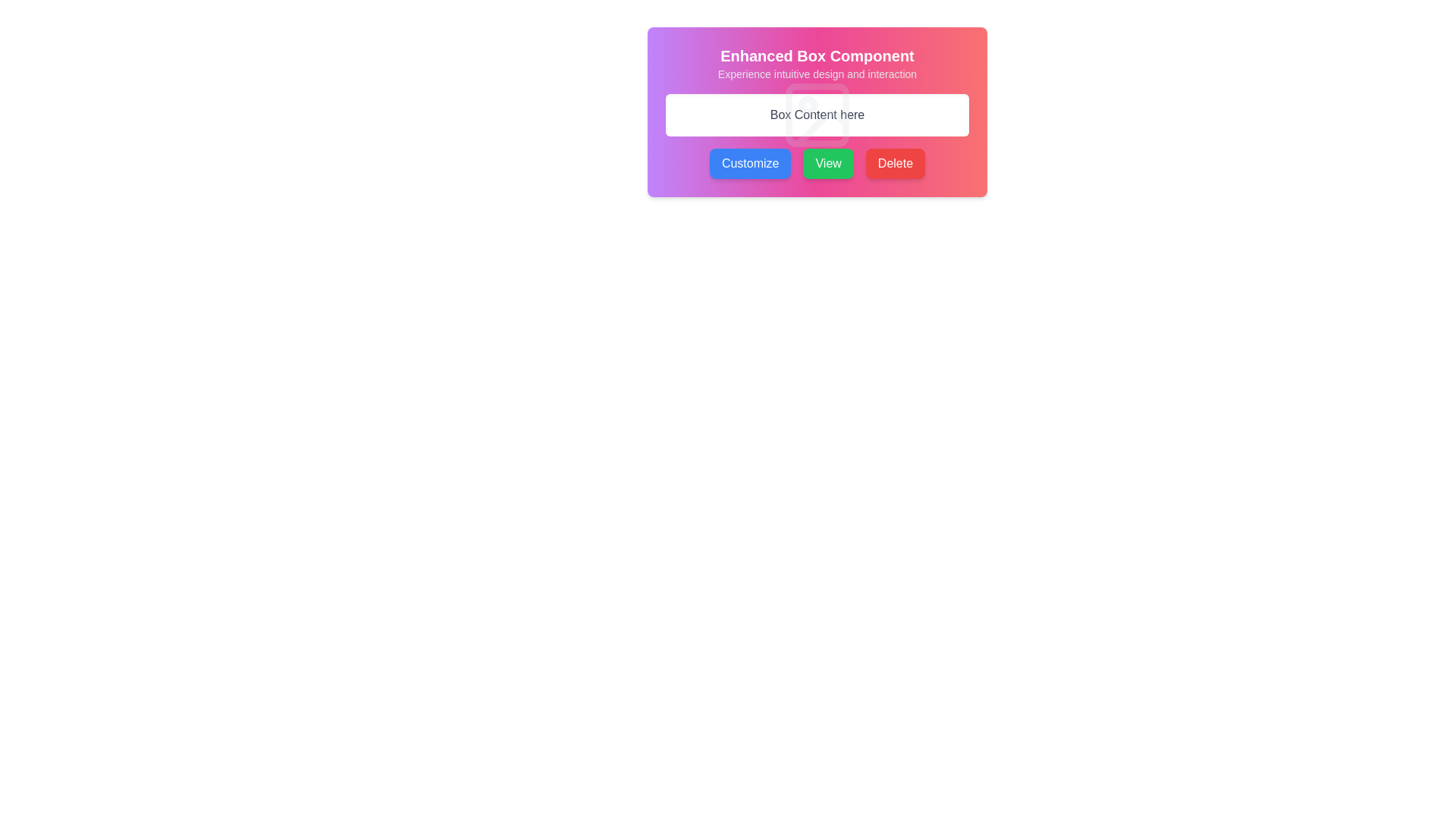 The width and height of the screenshot is (1456, 819). I want to click on the red rectangular 'Delete' button with white bold text for keyboard navigation, so click(895, 164).